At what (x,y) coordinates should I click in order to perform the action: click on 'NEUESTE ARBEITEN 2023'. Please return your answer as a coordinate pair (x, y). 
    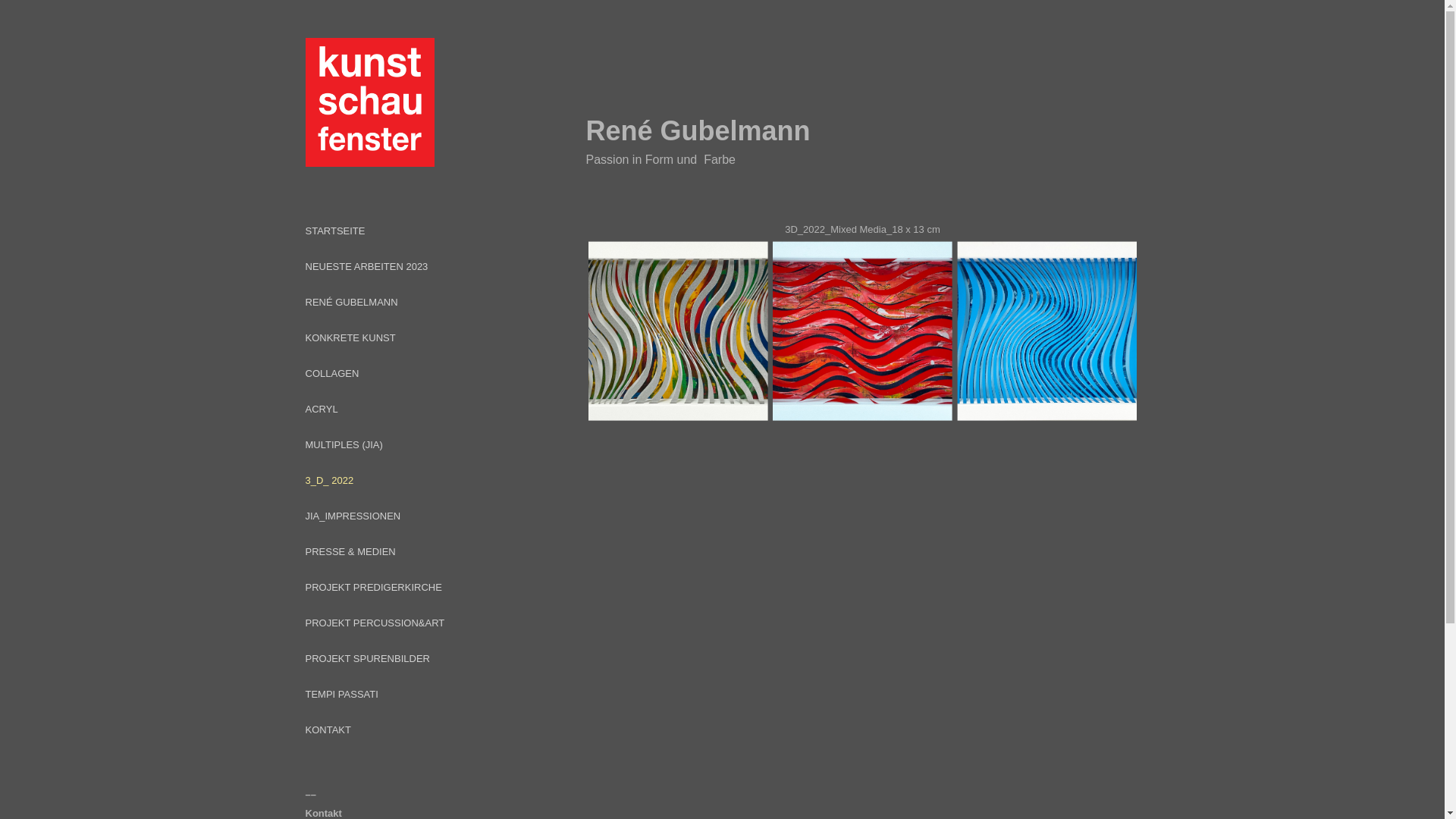
    Looking at the image, I should click on (366, 265).